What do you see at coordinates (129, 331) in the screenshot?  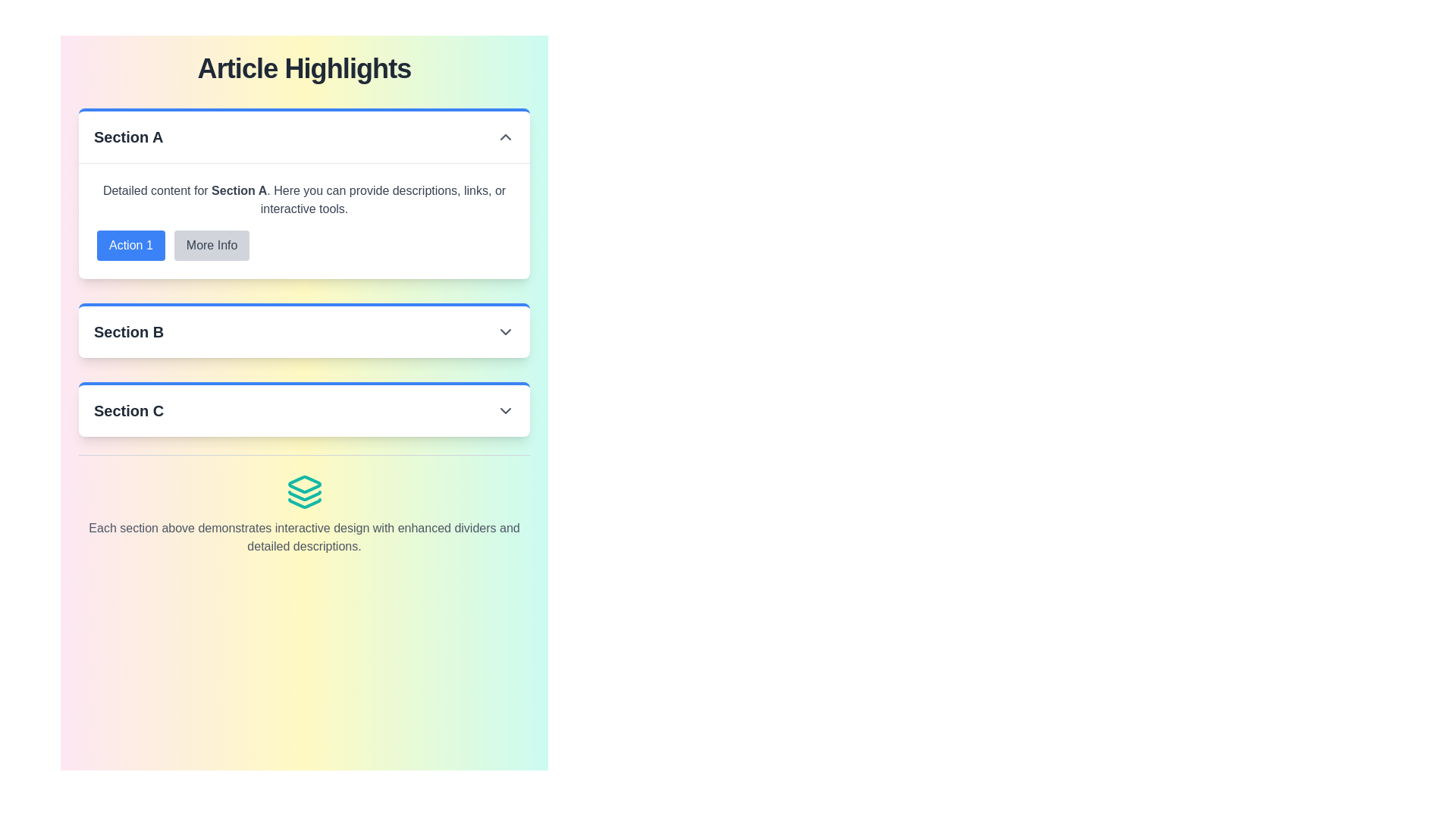 I see `text label displaying 'Section B', which is bold and slightly larger, aligned to the left and visually separates different sections of the interface` at bounding box center [129, 331].